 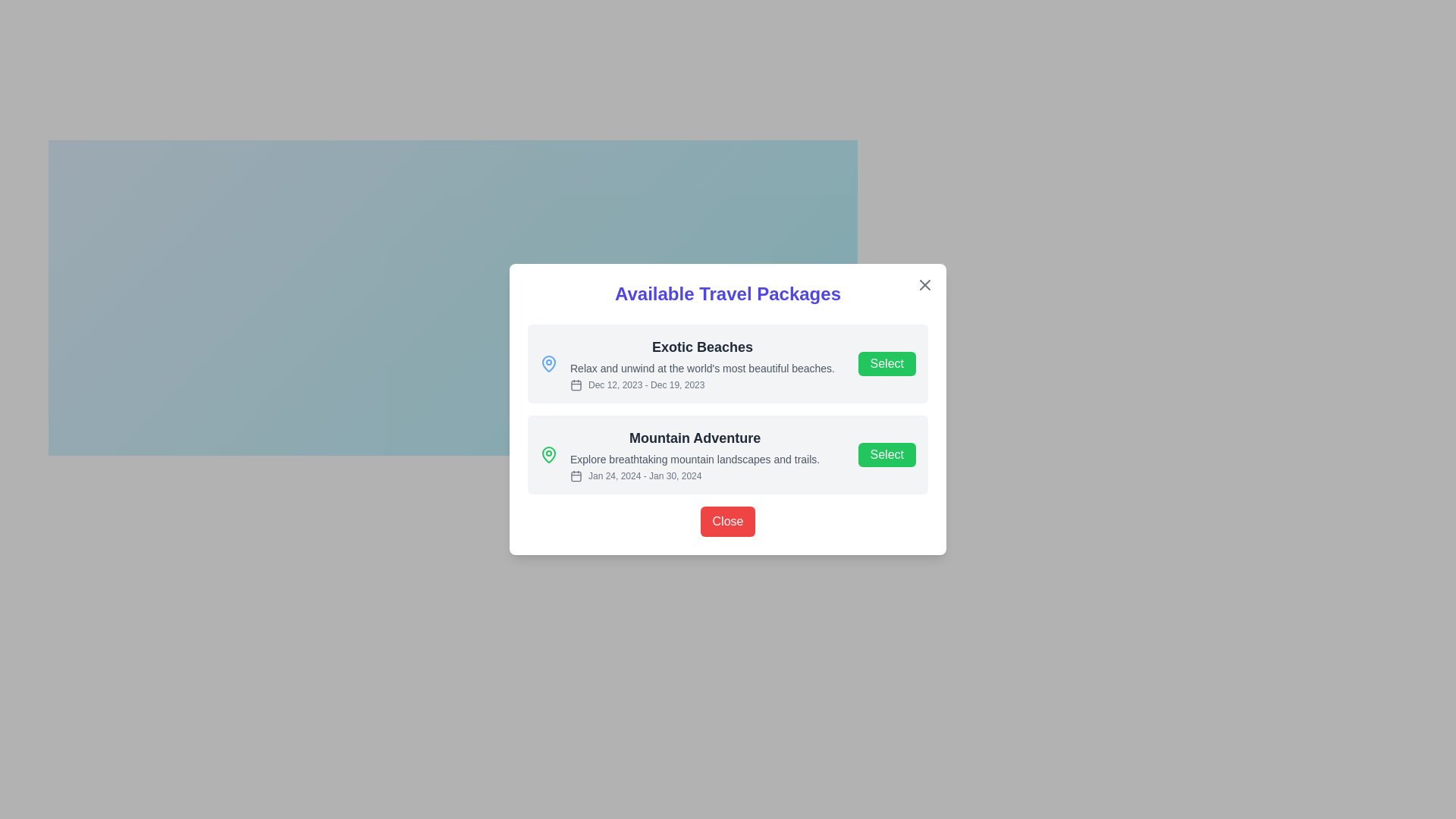 I want to click on displayed information from the text element containing the calendar icon and dates 'Jan 24, 2024 - Jan 30, 2024', located below the title 'Mountain Adventure', so click(x=694, y=475).